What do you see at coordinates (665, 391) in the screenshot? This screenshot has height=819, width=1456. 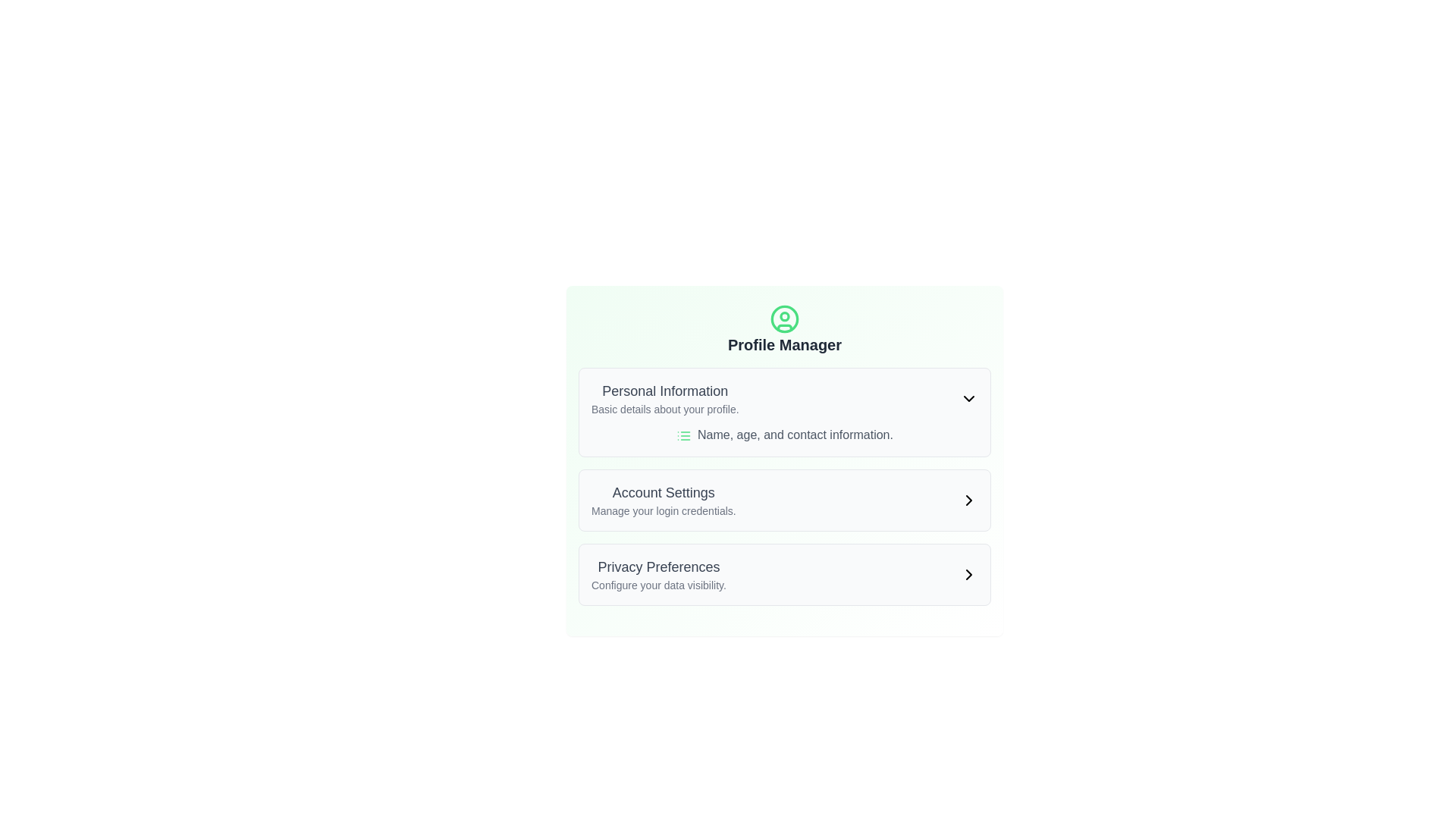 I see `the 'Personal Information' text label, which is styled in grey and serves as a section header above the descriptive sentence` at bounding box center [665, 391].